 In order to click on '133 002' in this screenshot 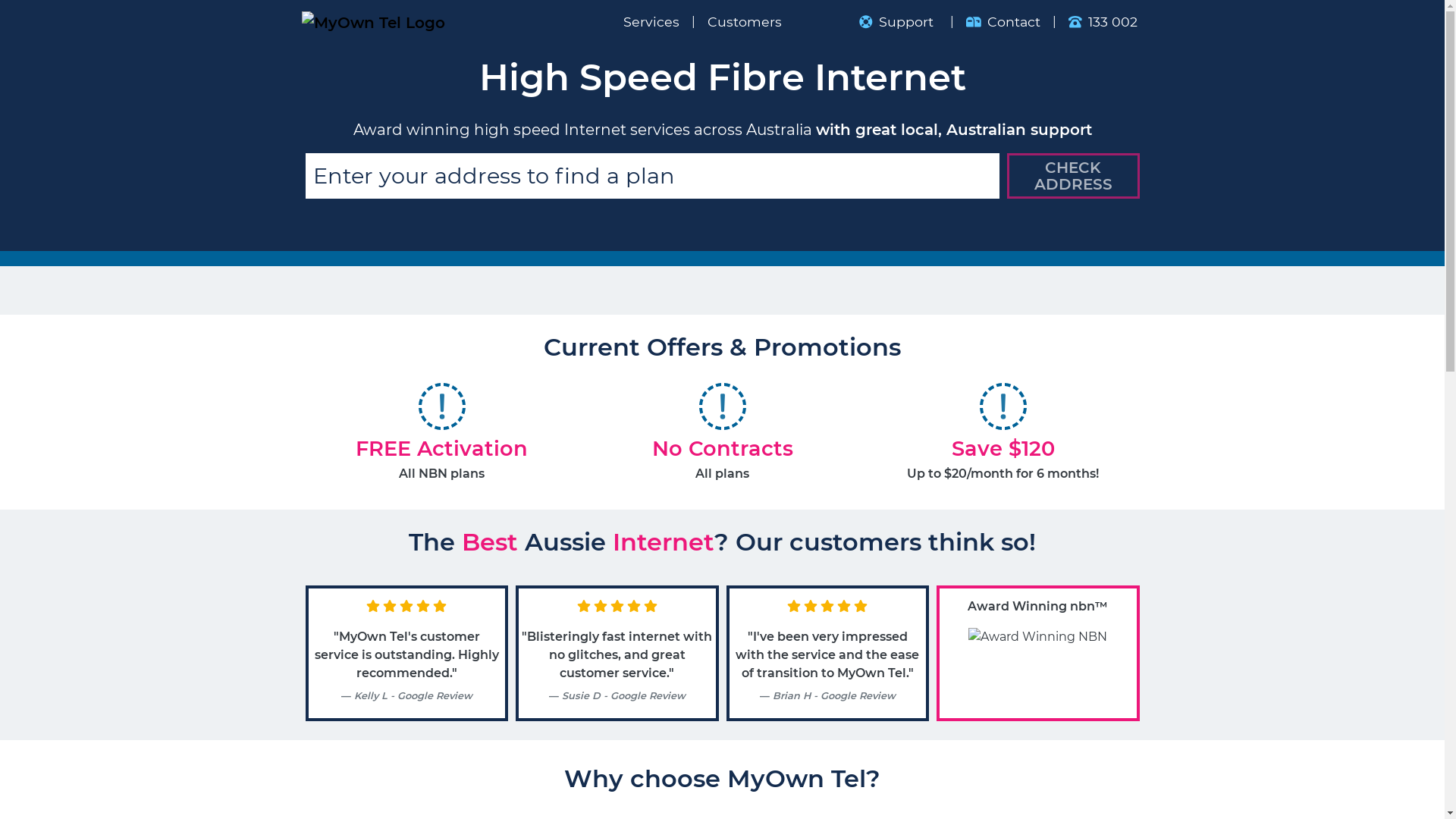, I will do `click(1103, 22)`.